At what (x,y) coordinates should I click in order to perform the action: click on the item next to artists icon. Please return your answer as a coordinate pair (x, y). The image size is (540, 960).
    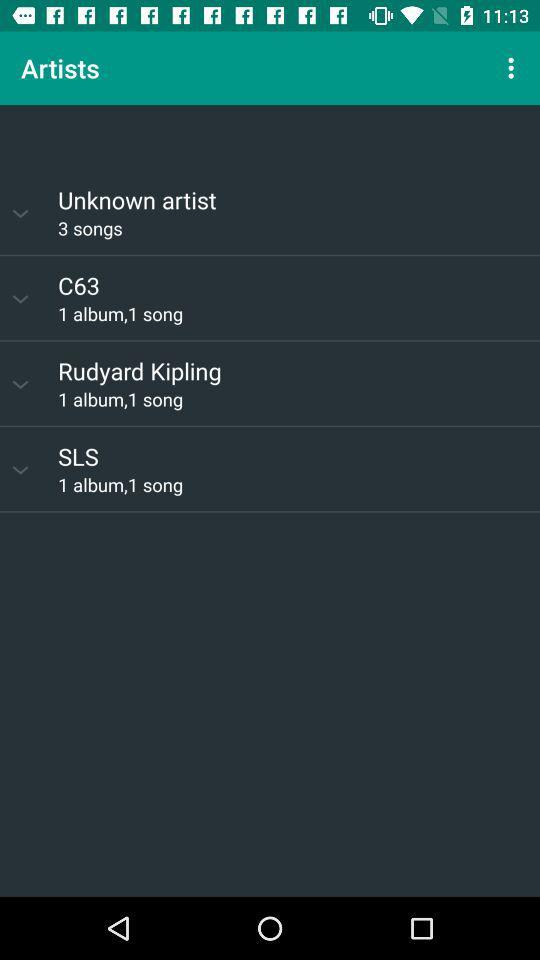
    Looking at the image, I should click on (513, 68).